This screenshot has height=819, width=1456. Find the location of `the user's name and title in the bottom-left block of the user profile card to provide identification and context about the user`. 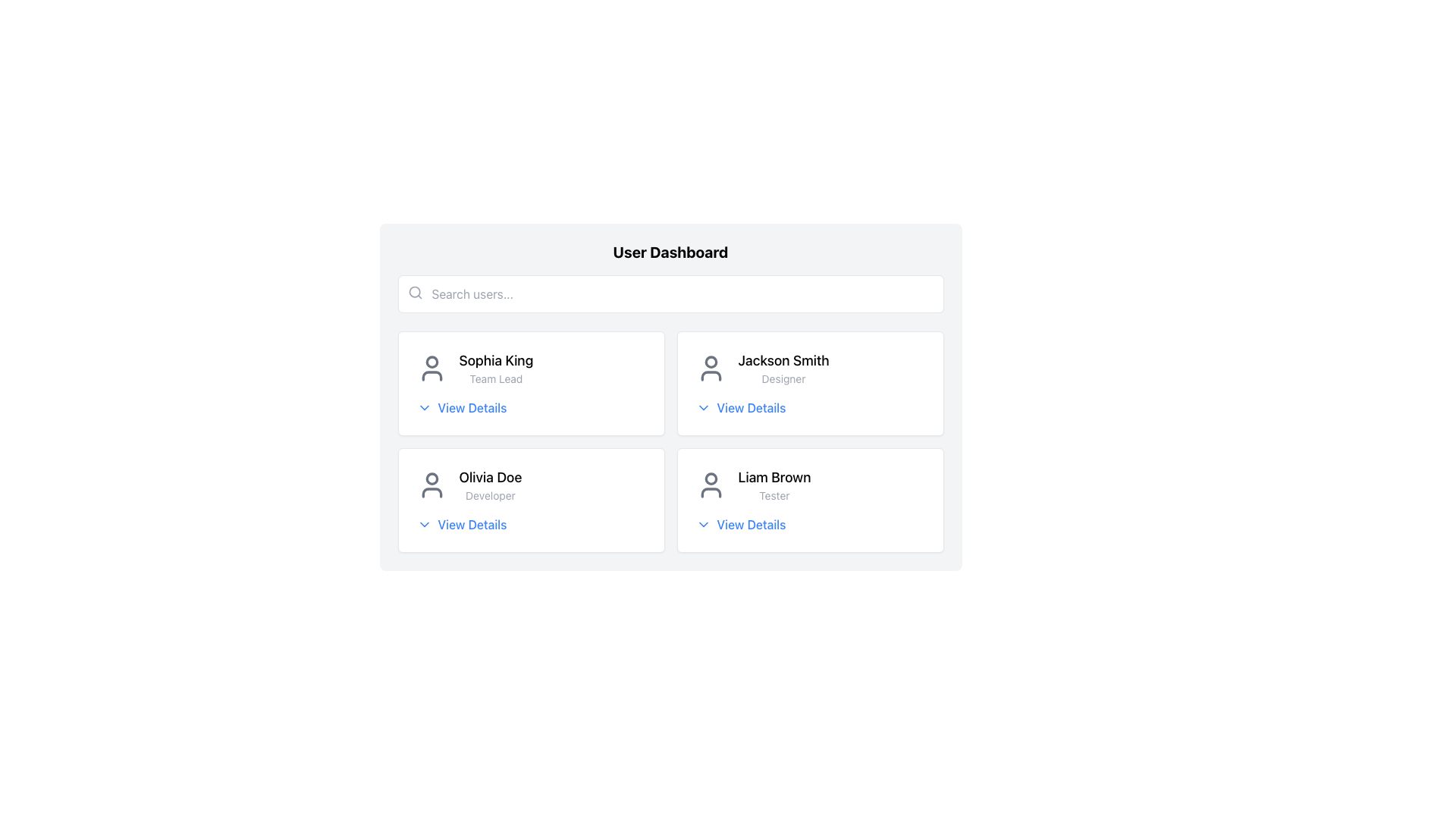

the user's name and title in the bottom-left block of the user profile card to provide identification and context about the user is located at coordinates (531, 485).